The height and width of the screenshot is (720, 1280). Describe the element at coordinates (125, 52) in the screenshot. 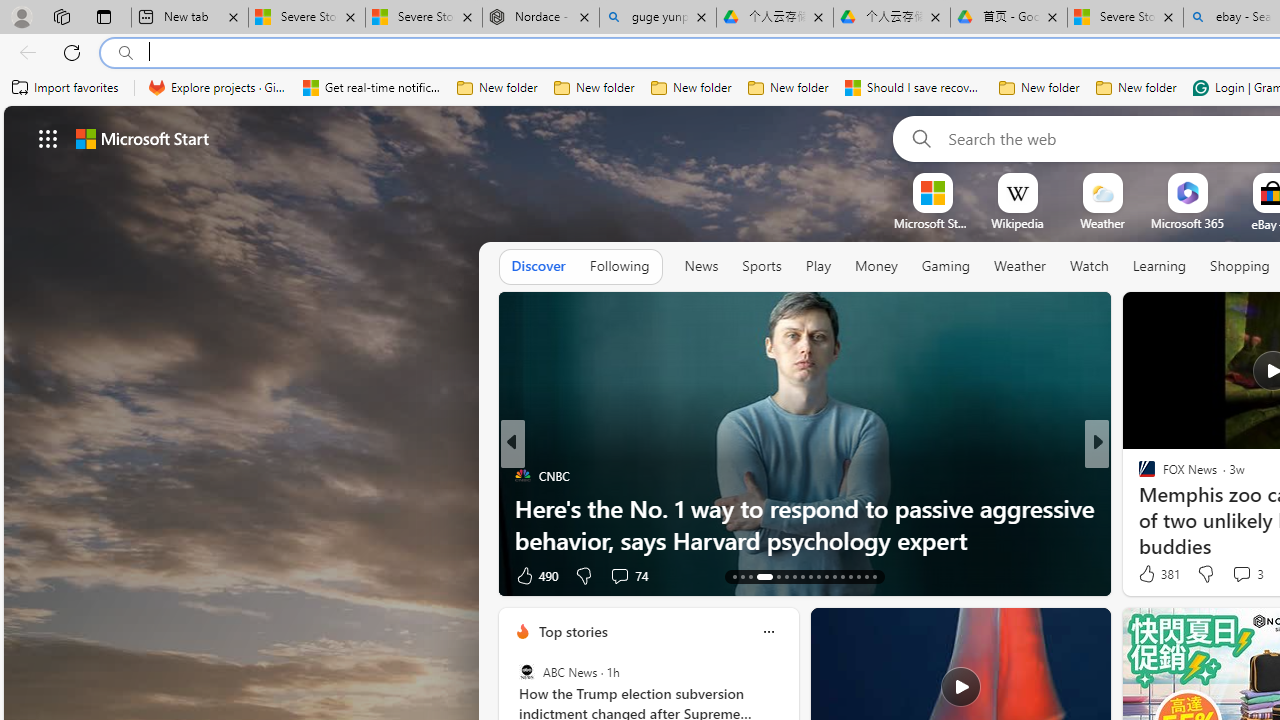

I see `'Search icon'` at that location.